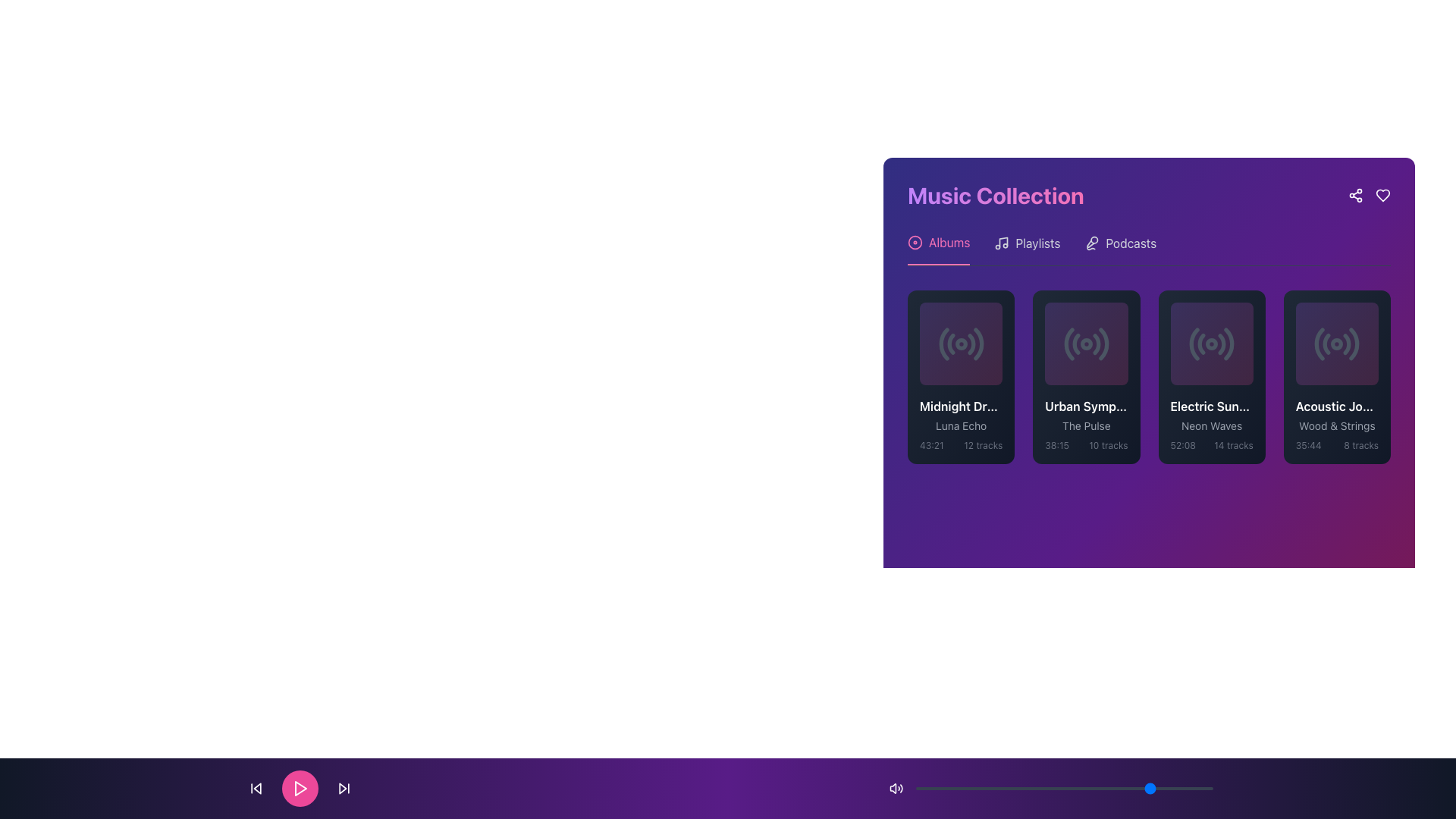 This screenshot has width=1456, height=819. Describe the element at coordinates (1337, 344) in the screenshot. I see `the decorative graphic icon in the center of the album card titled 'Acoustic Journey', which represents the music collection related to radio or audio tracks` at that location.